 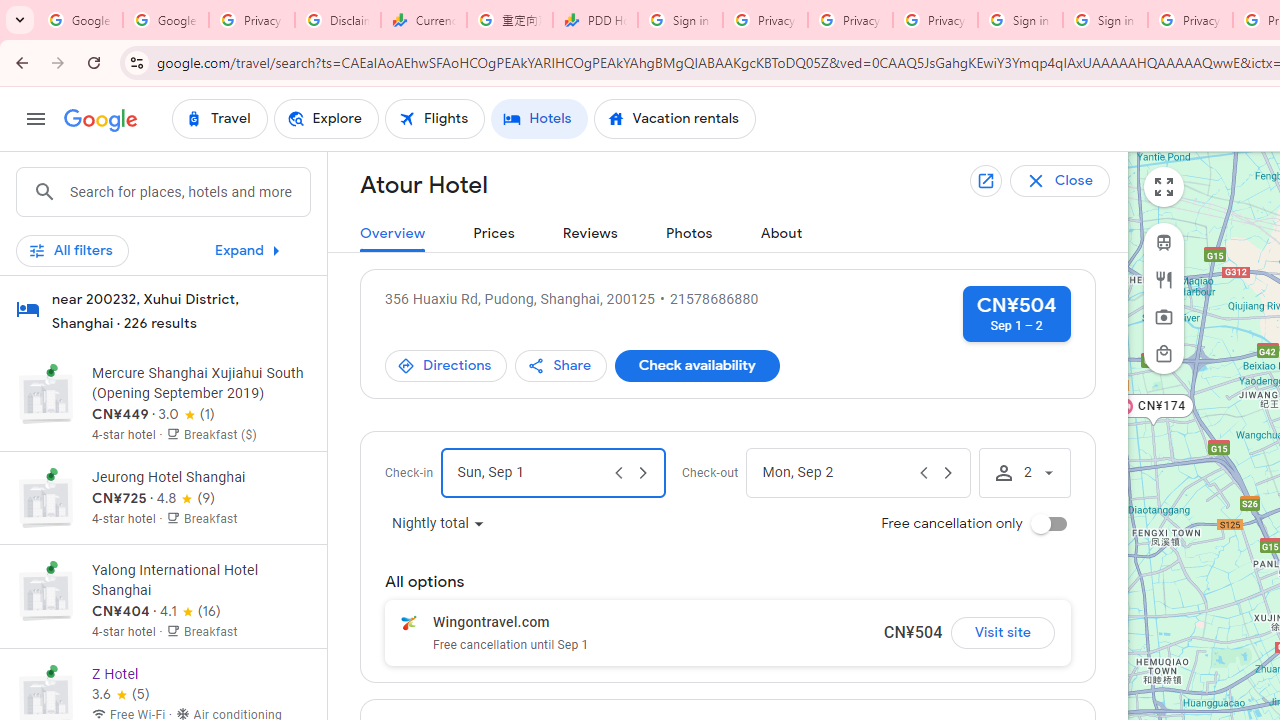 I want to click on 'Main menu', so click(x=35, y=119).